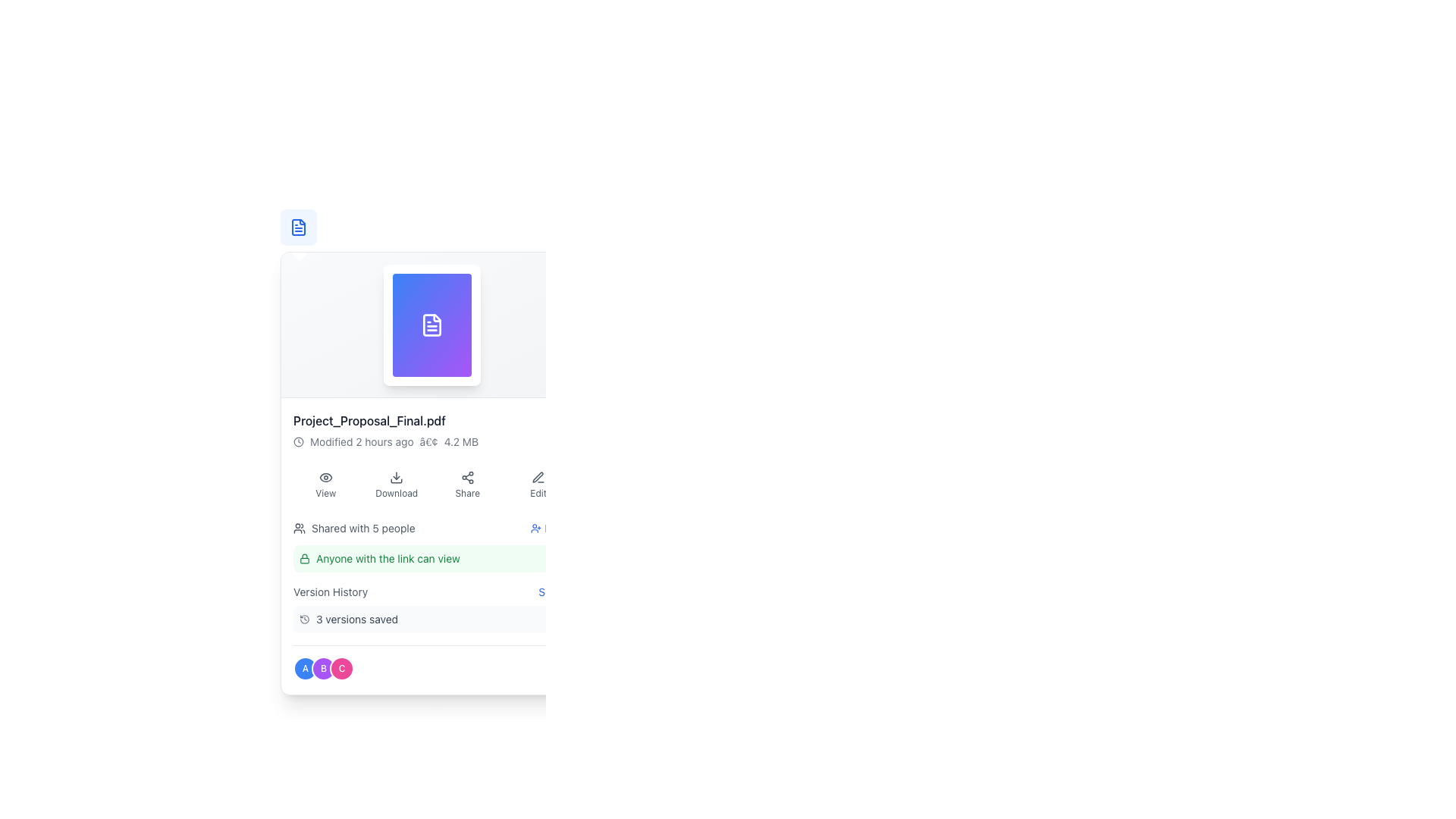 The image size is (1456, 819). I want to click on the 'Share' text label, which is styled in a small gray font and located below an icon of interconnected nodes in the button group, so click(466, 494).